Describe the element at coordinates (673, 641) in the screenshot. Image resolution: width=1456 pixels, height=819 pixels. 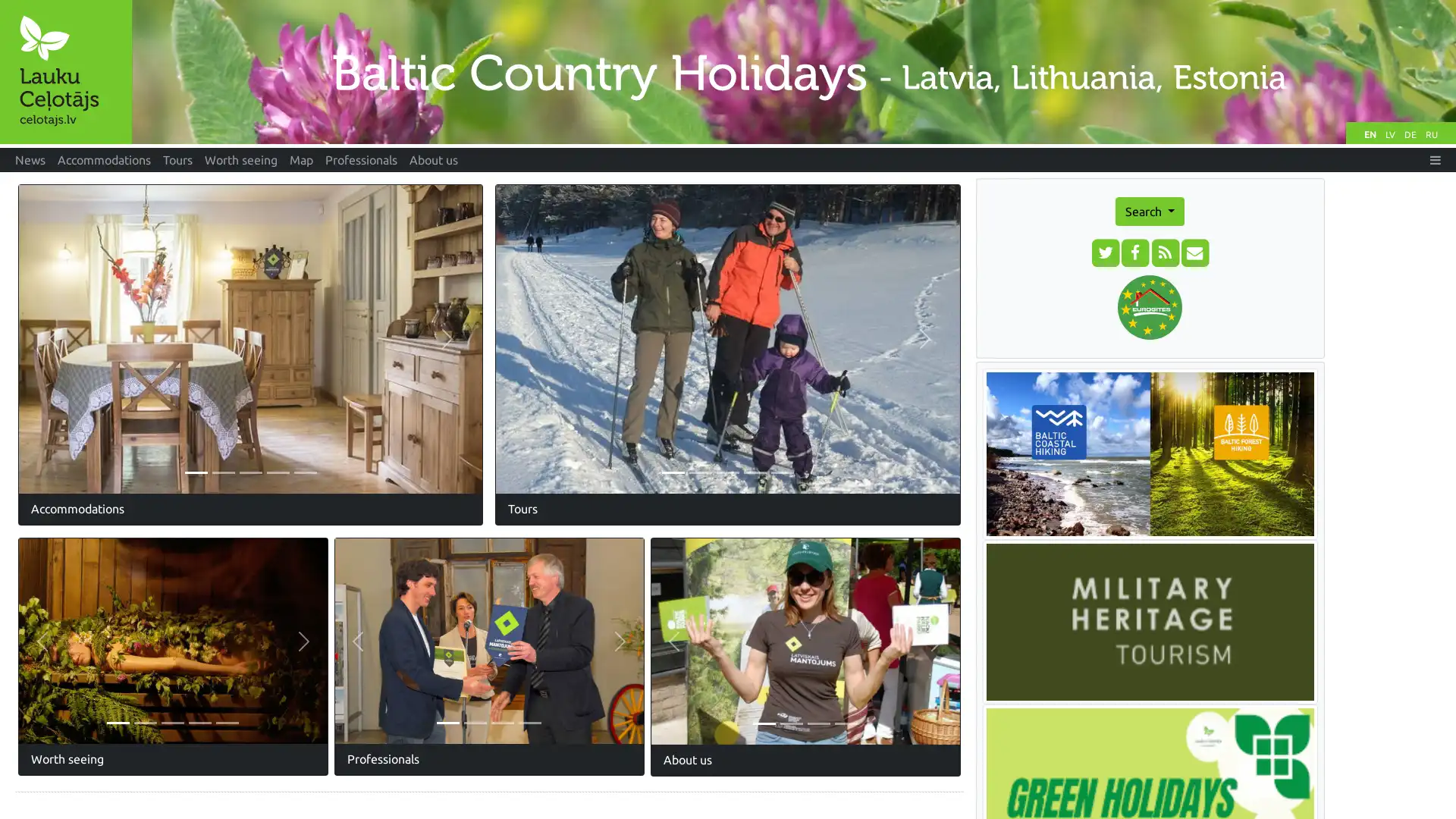
I see `Previous` at that location.